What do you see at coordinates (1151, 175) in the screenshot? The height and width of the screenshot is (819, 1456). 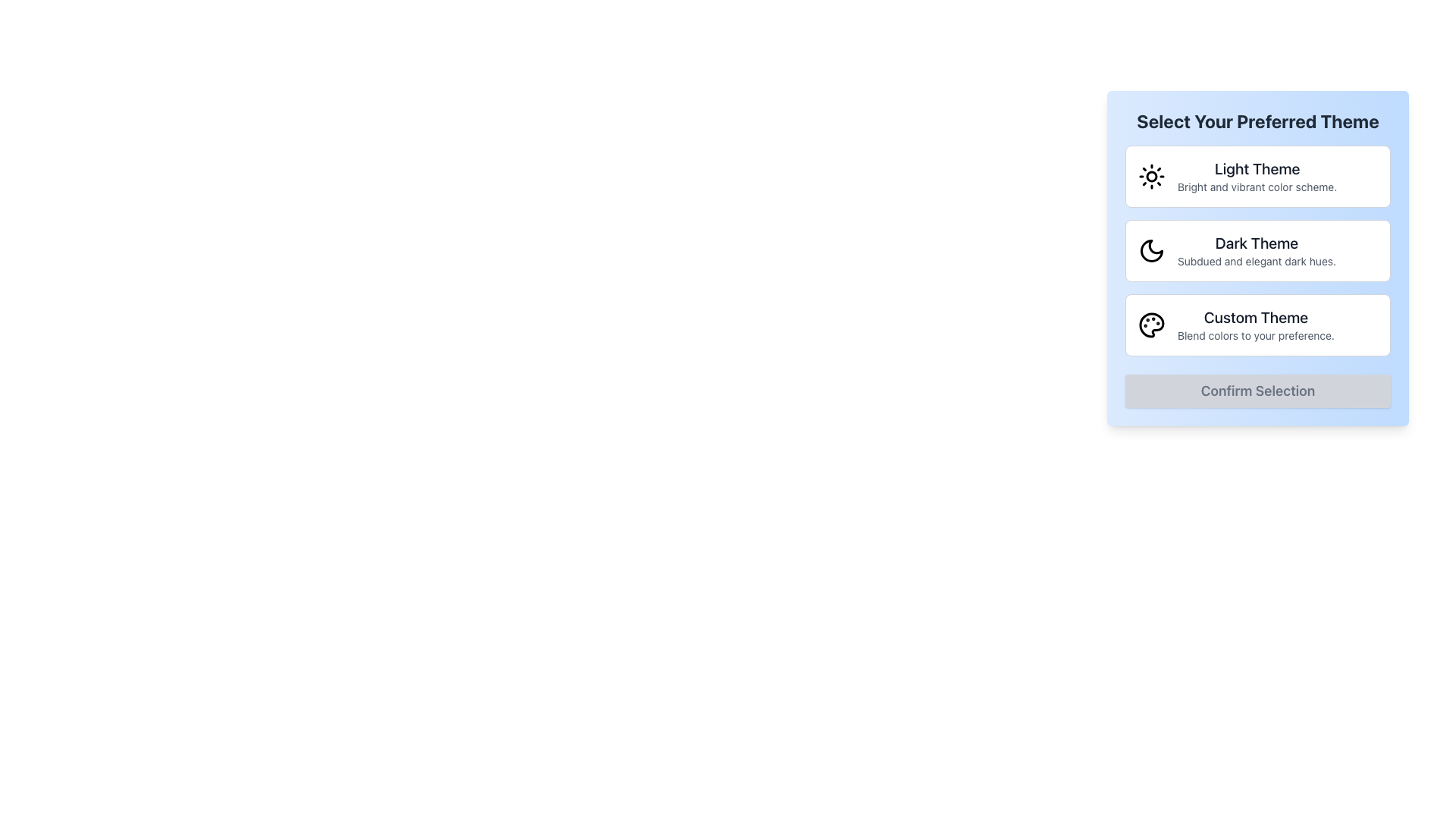 I see `the sun icon located in the top button of a vertical stack of three themed options, which is directly to the left of the 'Light Theme' text` at bounding box center [1151, 175].